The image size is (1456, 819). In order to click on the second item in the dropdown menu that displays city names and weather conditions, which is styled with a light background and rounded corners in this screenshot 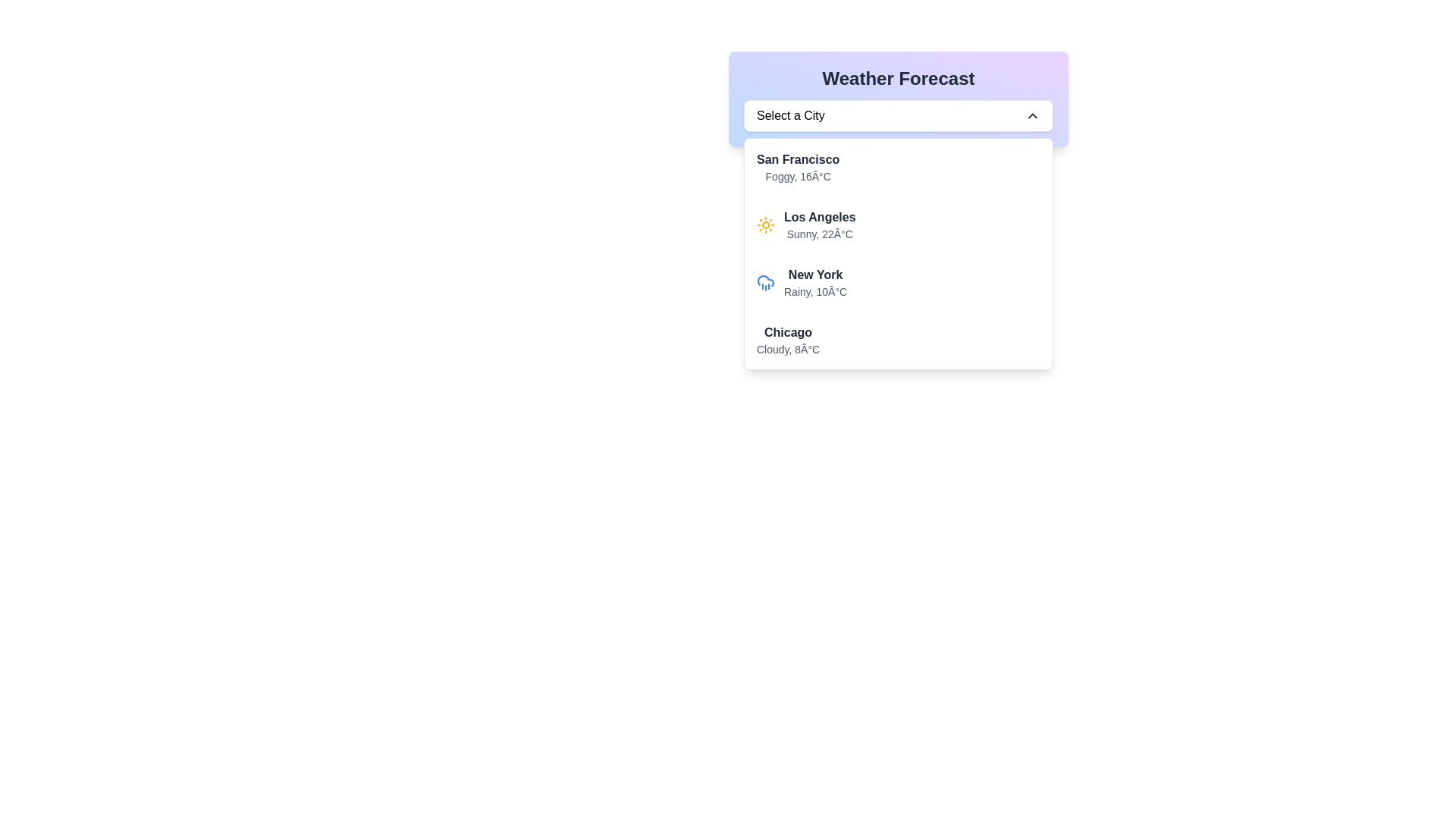, I will do `click(899, 253)`.